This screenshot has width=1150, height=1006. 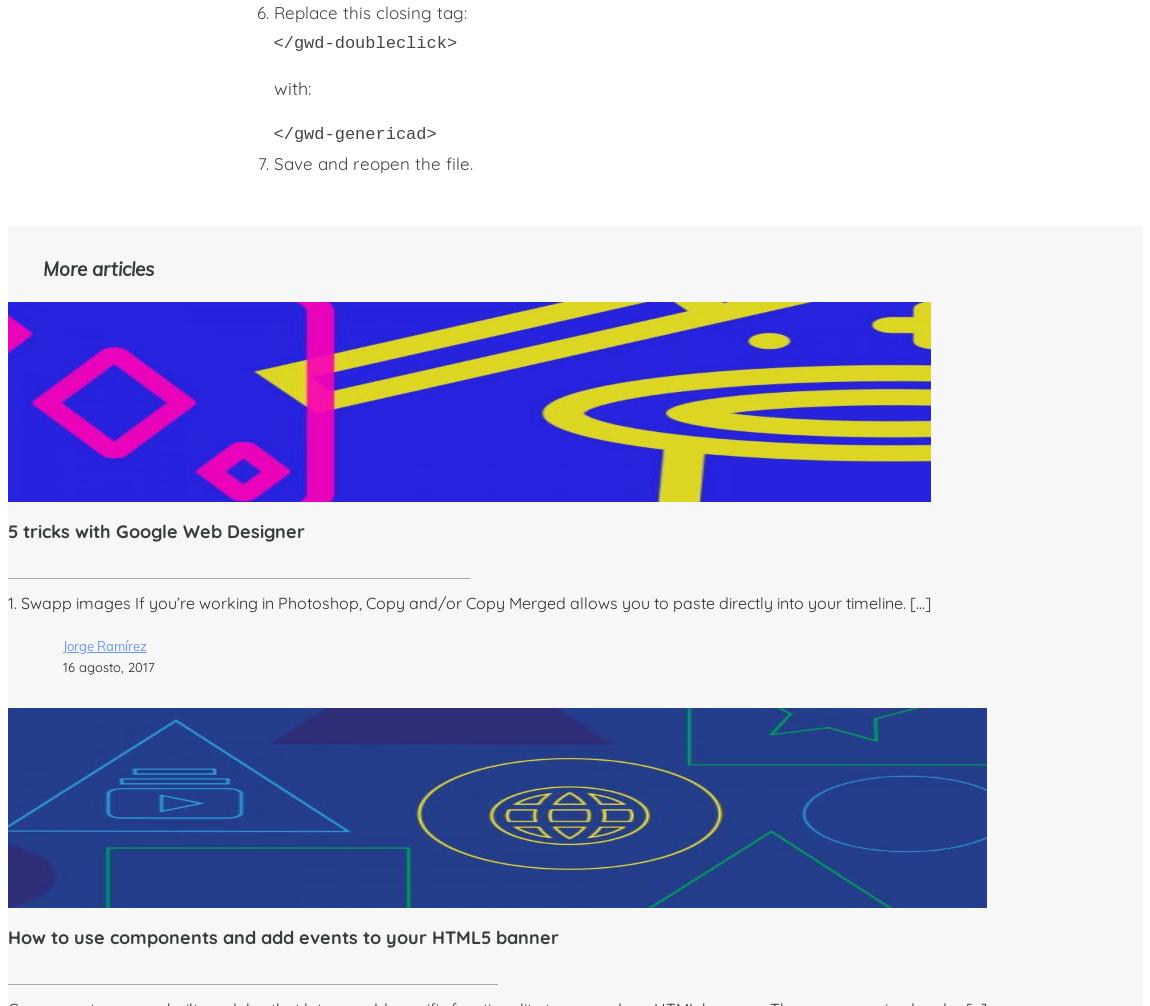 What do you see at coordinates (354, 134) in the screenshot?
I see `'</gwd-genericad>'` at bounding box center [354, 134].